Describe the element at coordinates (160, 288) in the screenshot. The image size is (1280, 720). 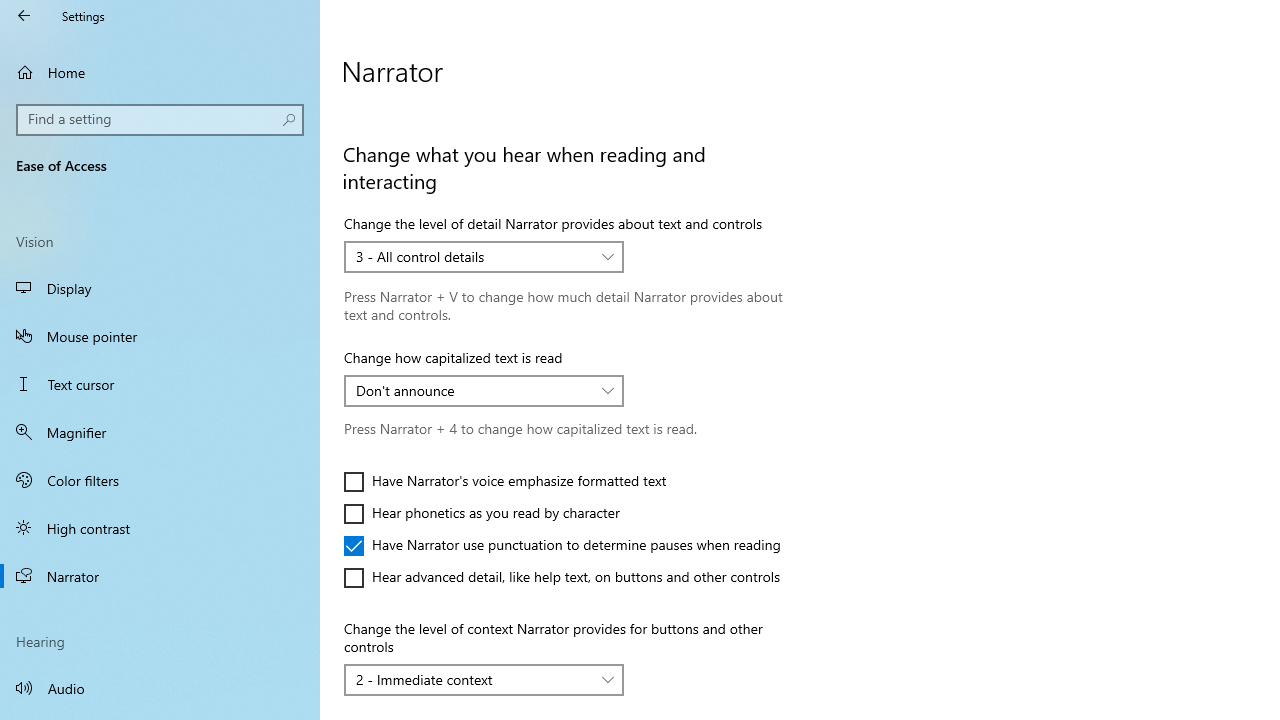
I see `'Display'` at that location.